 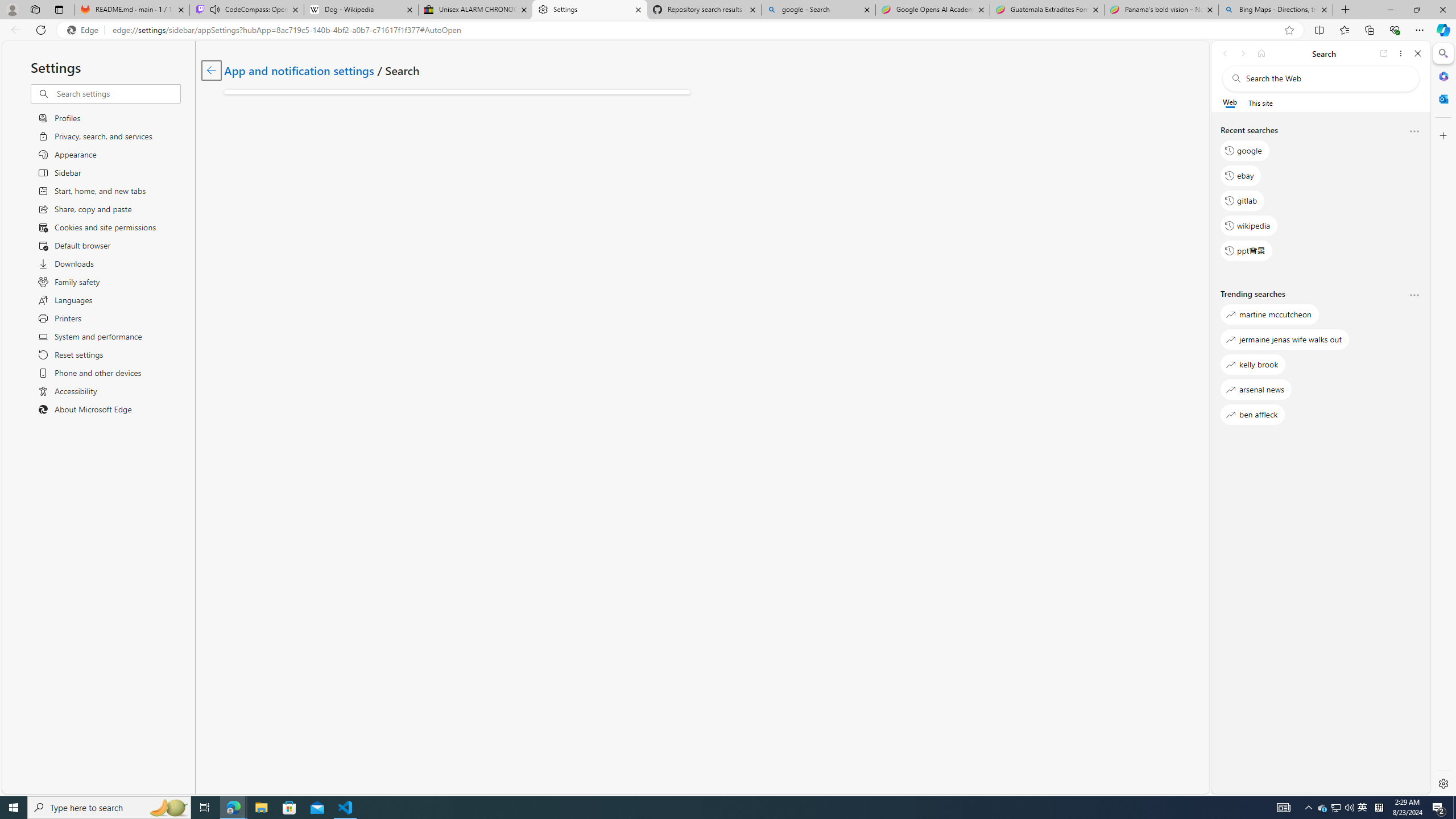 What do you see at coordinates (210, 70) in the screenshot?
I see `'Go back to App and notification settings page.'` at bounding box center [210, 70].